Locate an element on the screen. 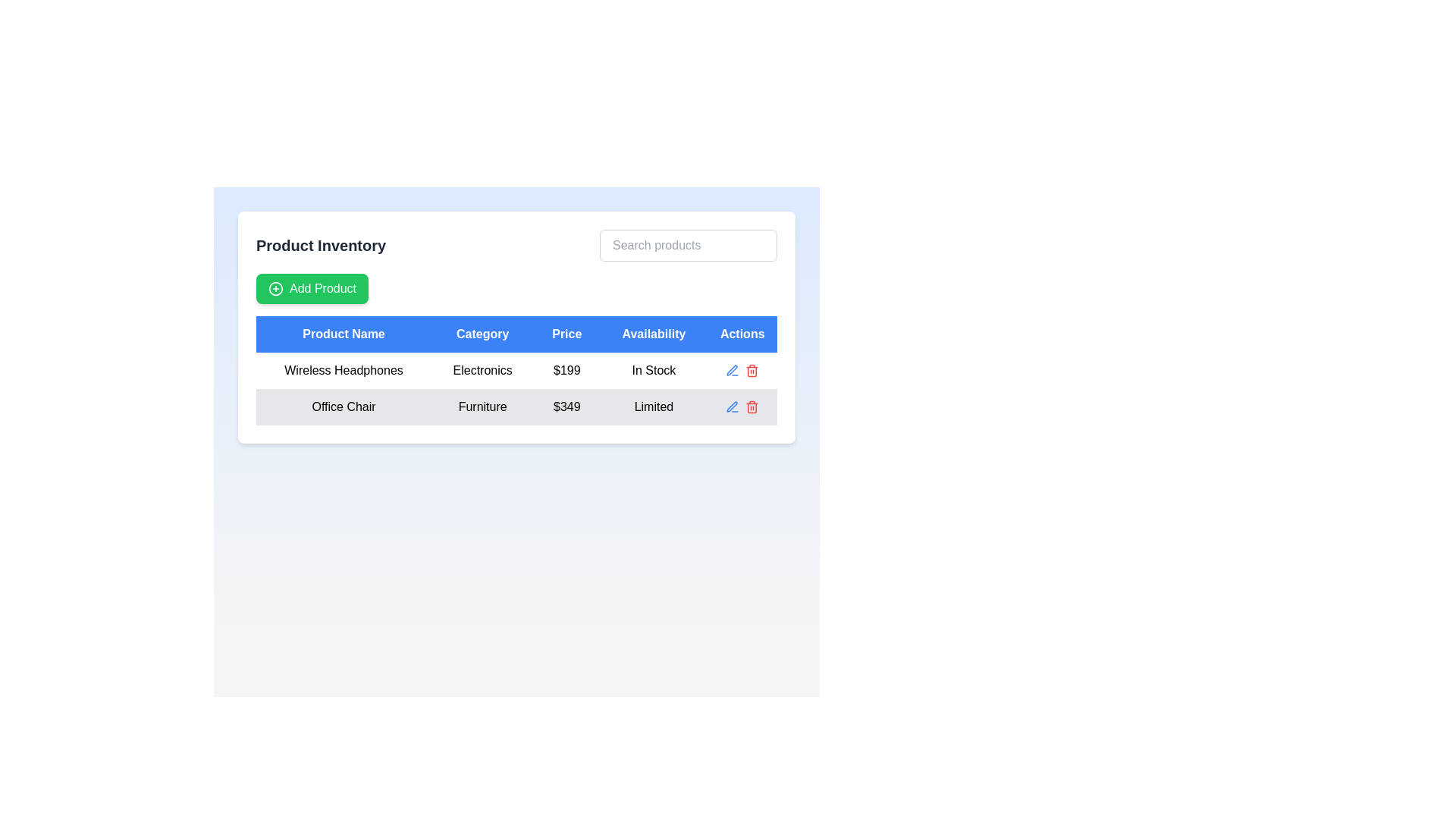 This screenshot has width=1456, height=819. the 'Price' column header in the table, which is the third header in the sequence of headers, located in the middle of the horizontal blue header row is located at coordinates (566, 333).